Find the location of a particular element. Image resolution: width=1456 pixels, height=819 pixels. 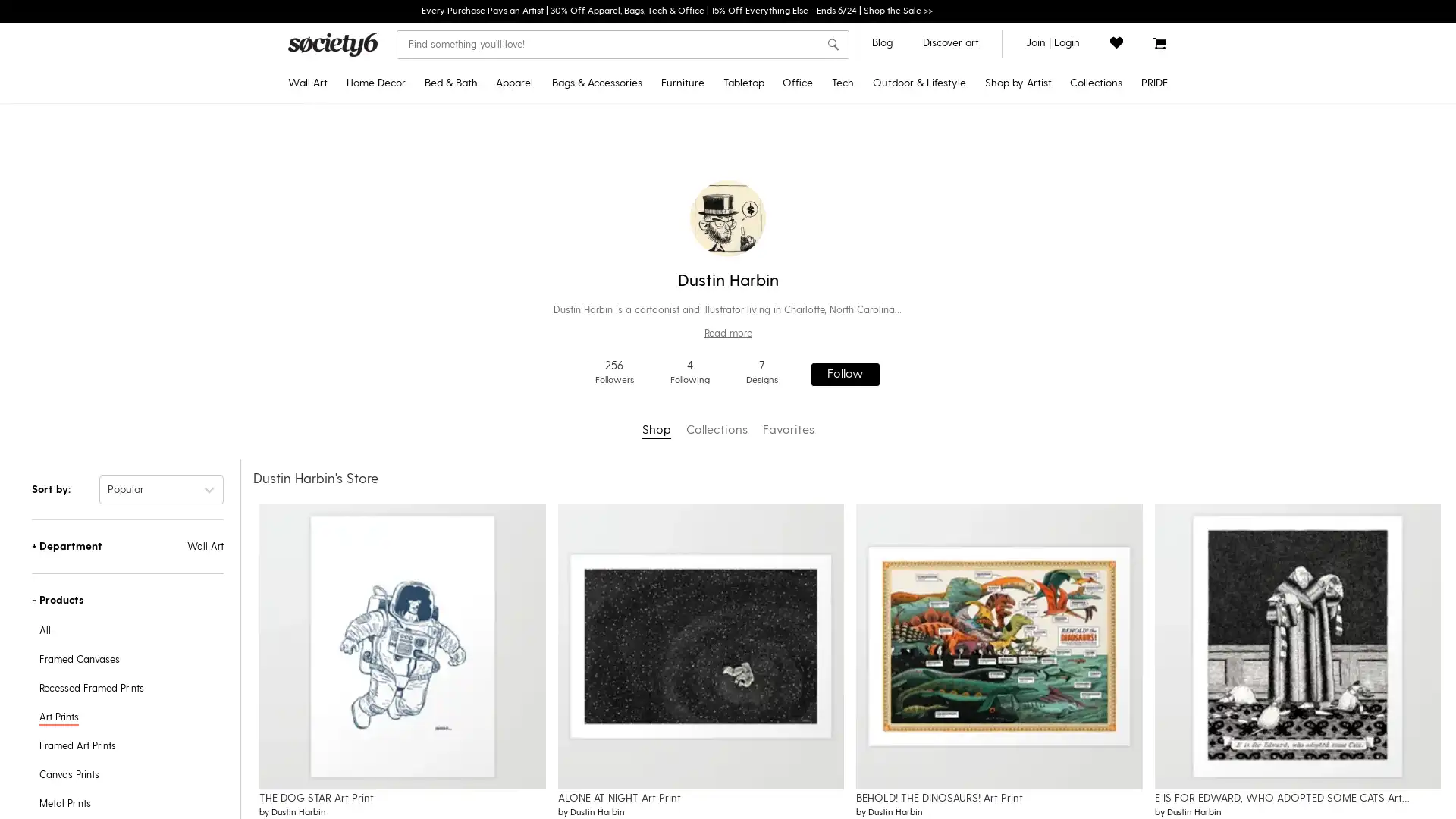

Sheer Curtains is located at coordinates (404, 268).